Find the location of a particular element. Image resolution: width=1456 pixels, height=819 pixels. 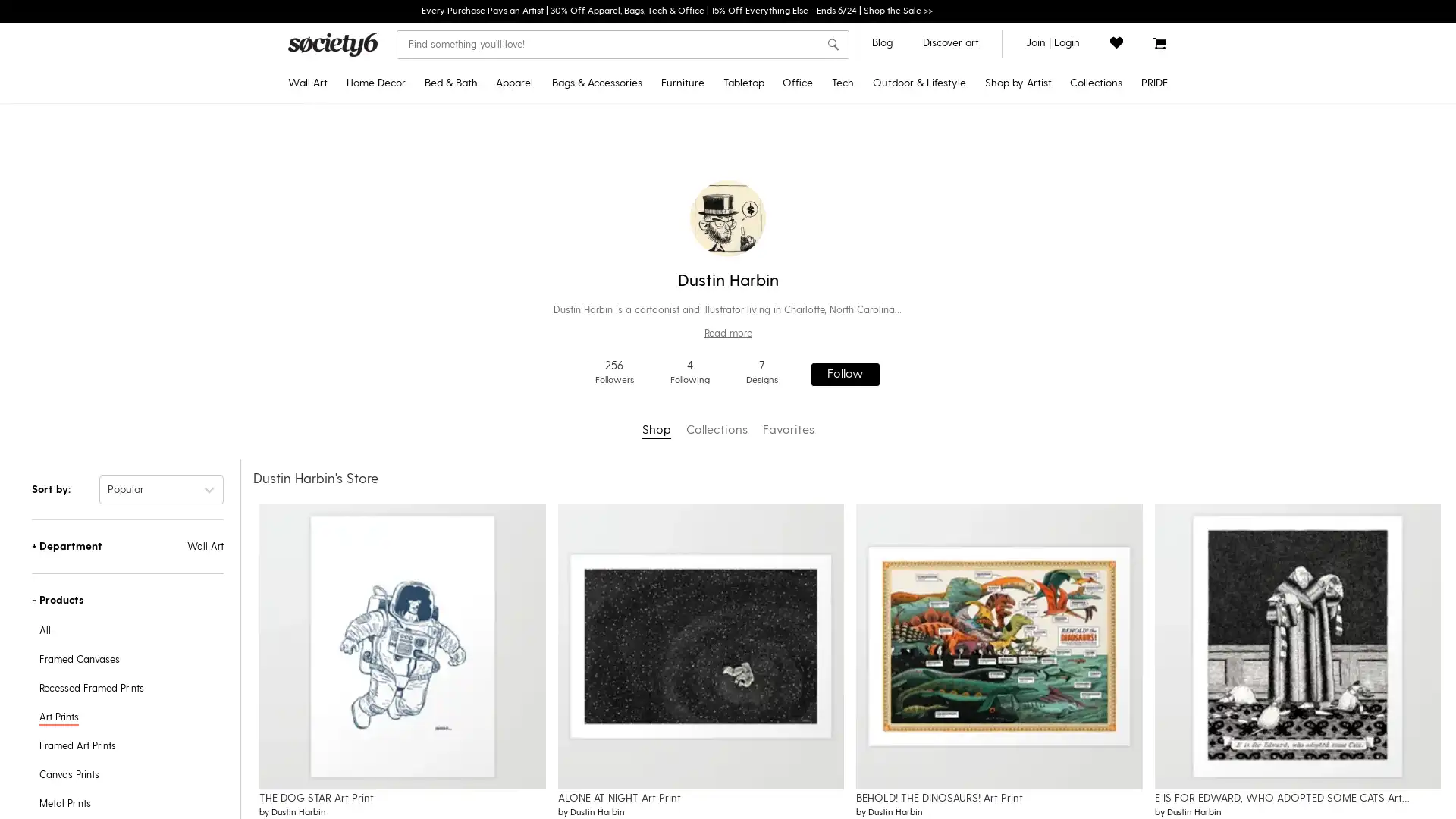

Sheer Curtains is located at coordinates (404, 268).